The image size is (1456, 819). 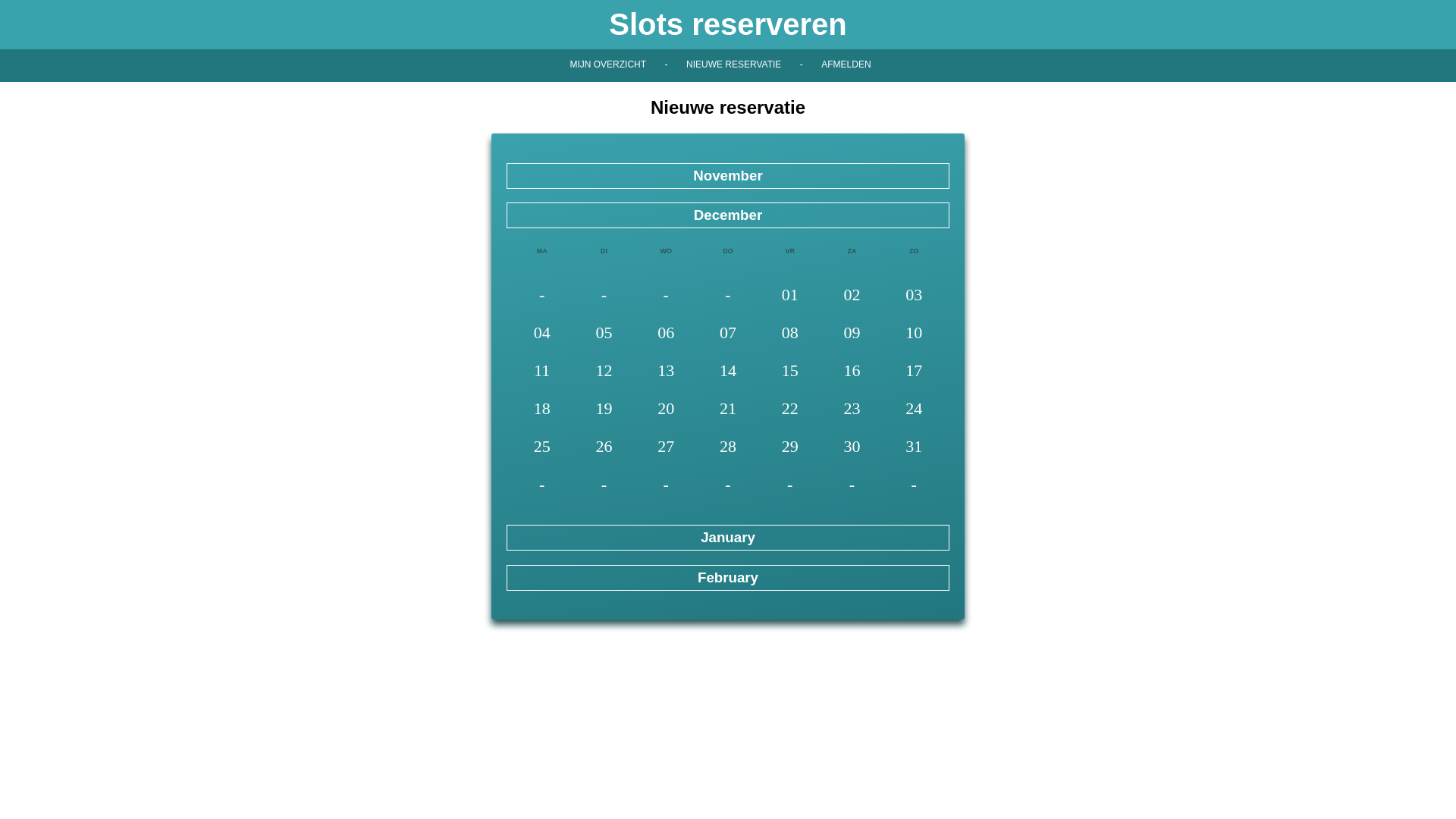 I want to click on '19', so click(x=603, y=409).